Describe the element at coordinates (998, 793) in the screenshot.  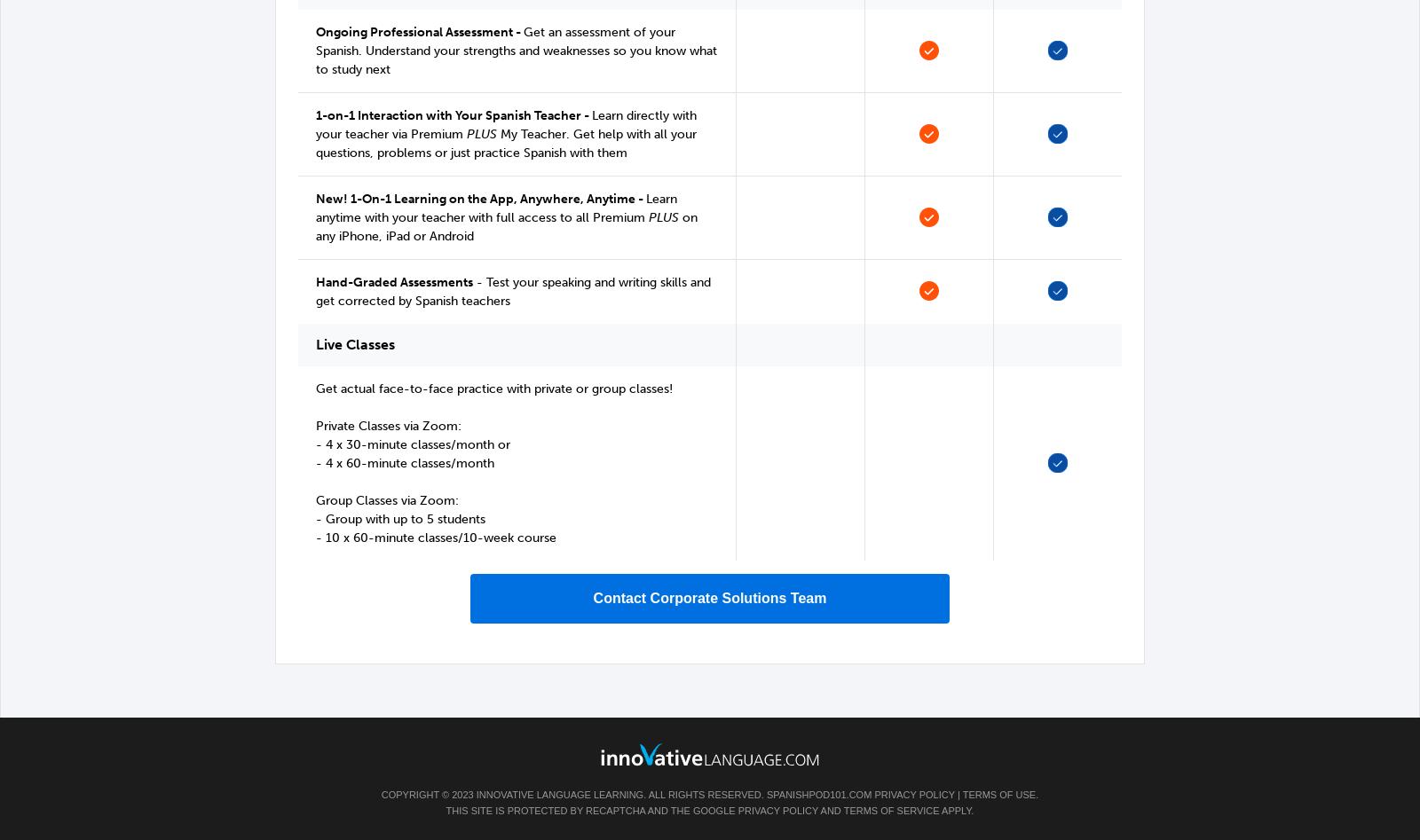
I see `'Terms of Use'` at that location.